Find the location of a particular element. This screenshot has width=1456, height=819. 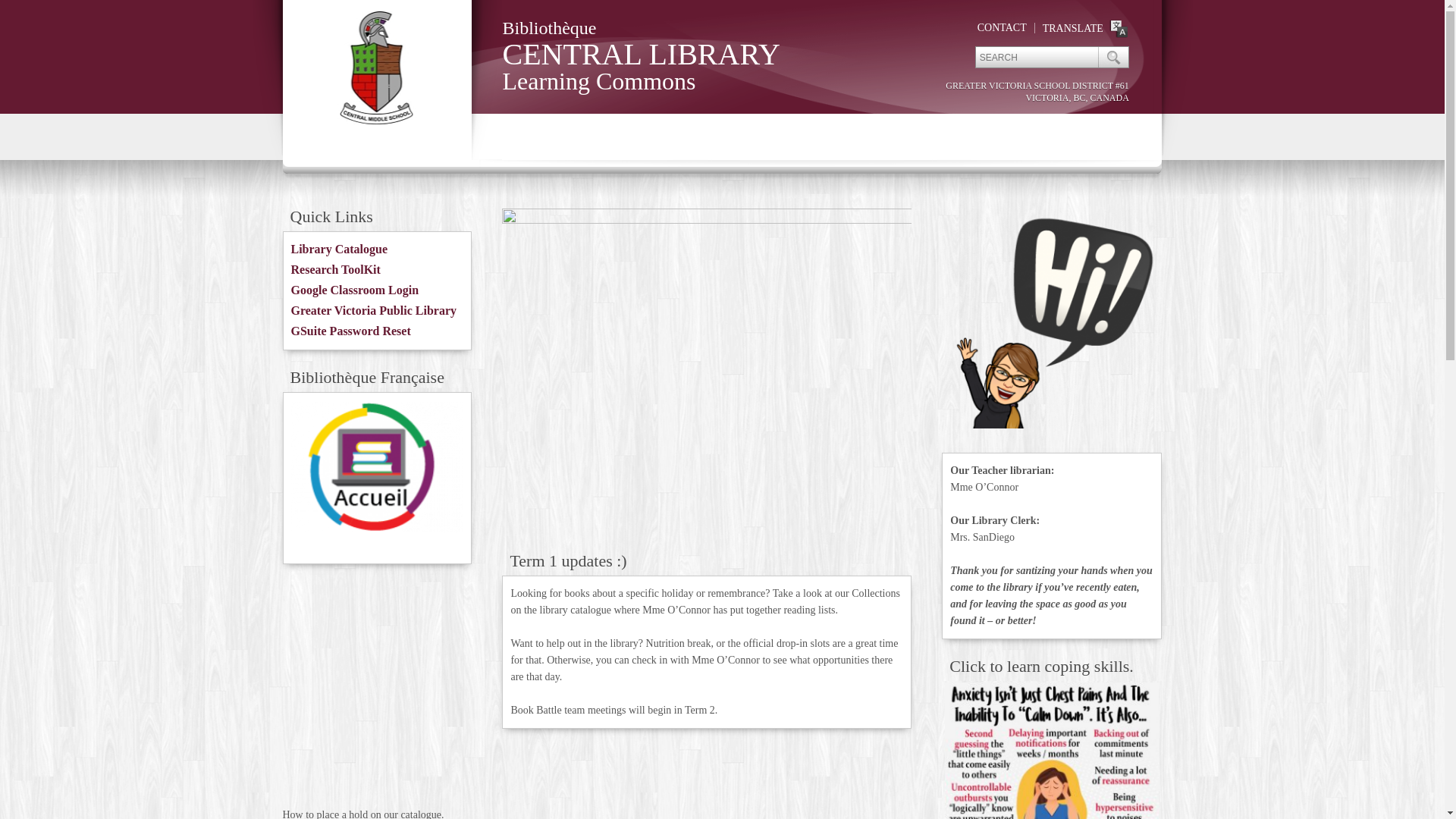

'Greater Victoria Public Library' is located at coordinates (374, 309).